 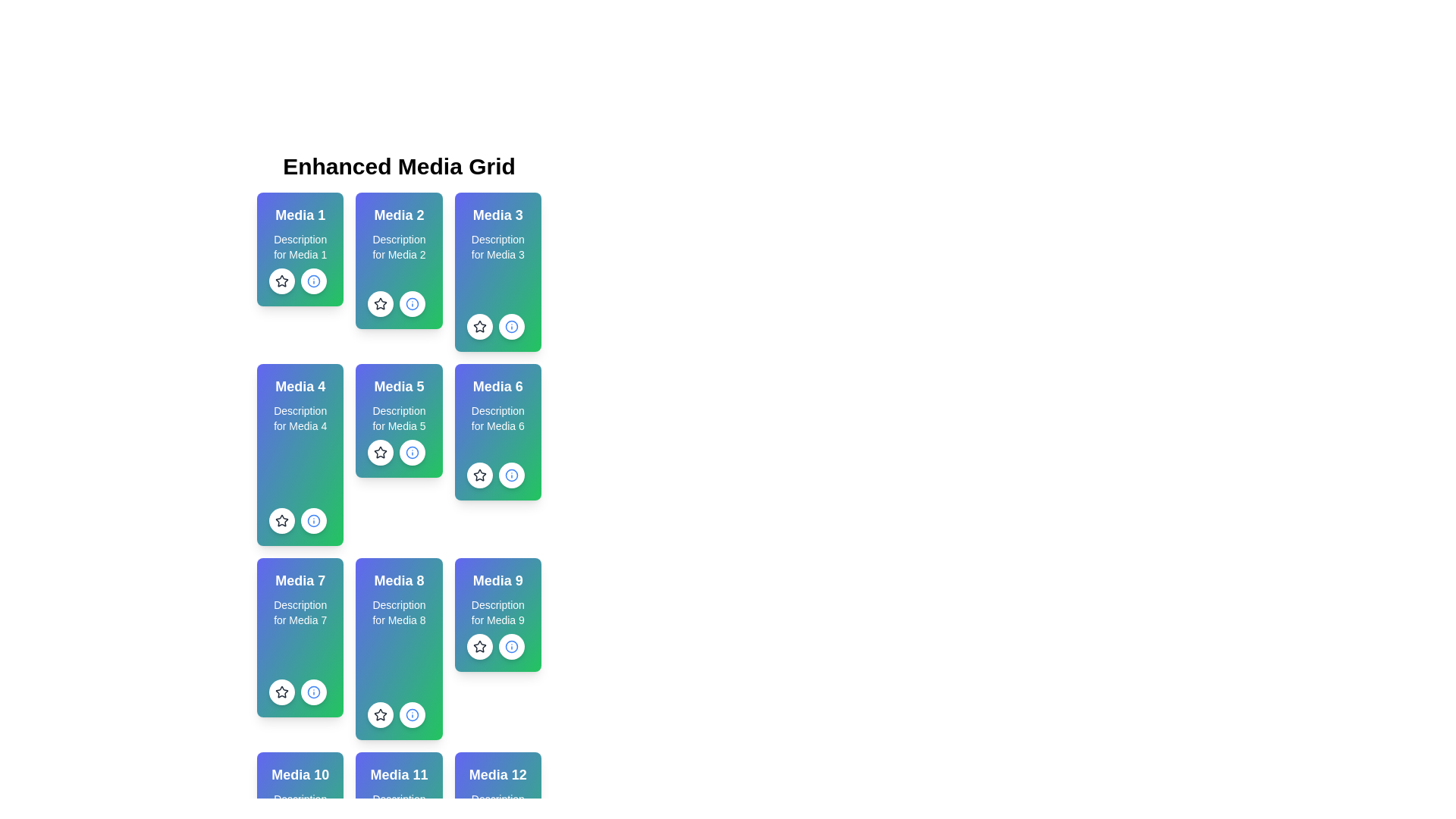 What do you see at coordinates (399, 421) in the screenshot?
I see `the info icon on the Media 5 card, which is styled with a gradient background and has the text 'Media 5' at the top` at bounding box center [399, 421].